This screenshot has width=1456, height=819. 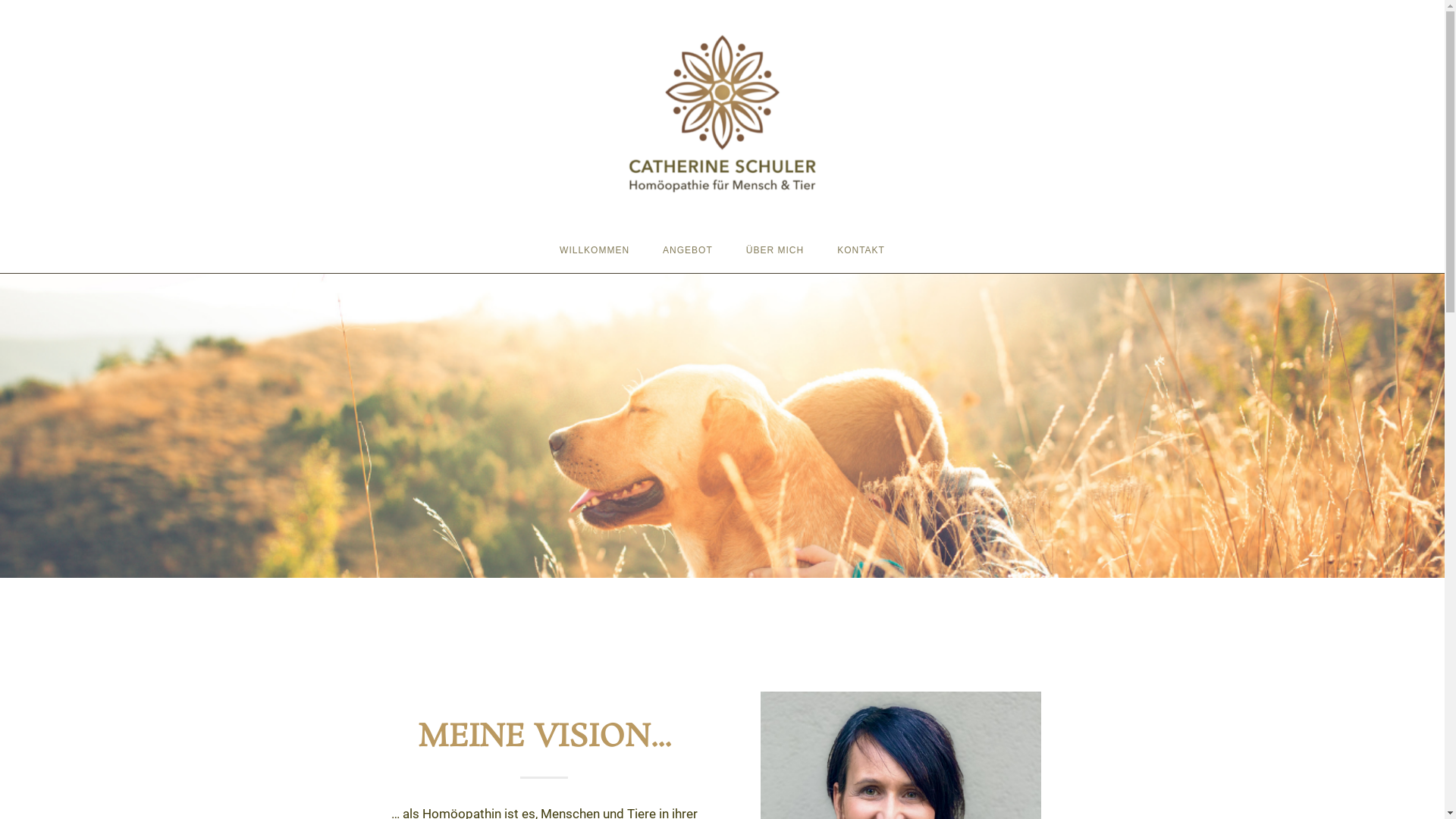 I want to click on 'ANGEBOT', so click(x=687, y=249).